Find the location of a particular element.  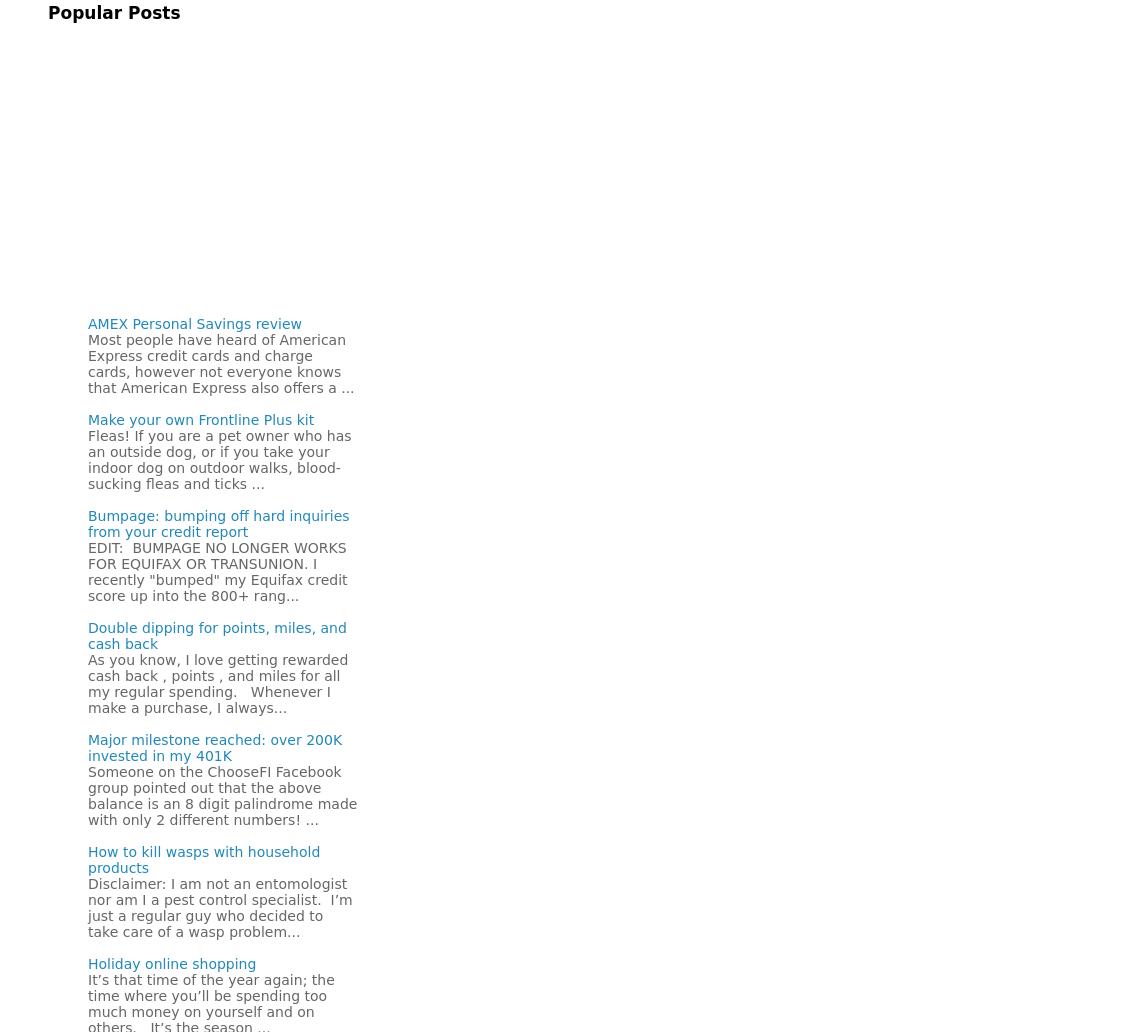

'Holiday online shopping' is located at coordinates (171, 962).